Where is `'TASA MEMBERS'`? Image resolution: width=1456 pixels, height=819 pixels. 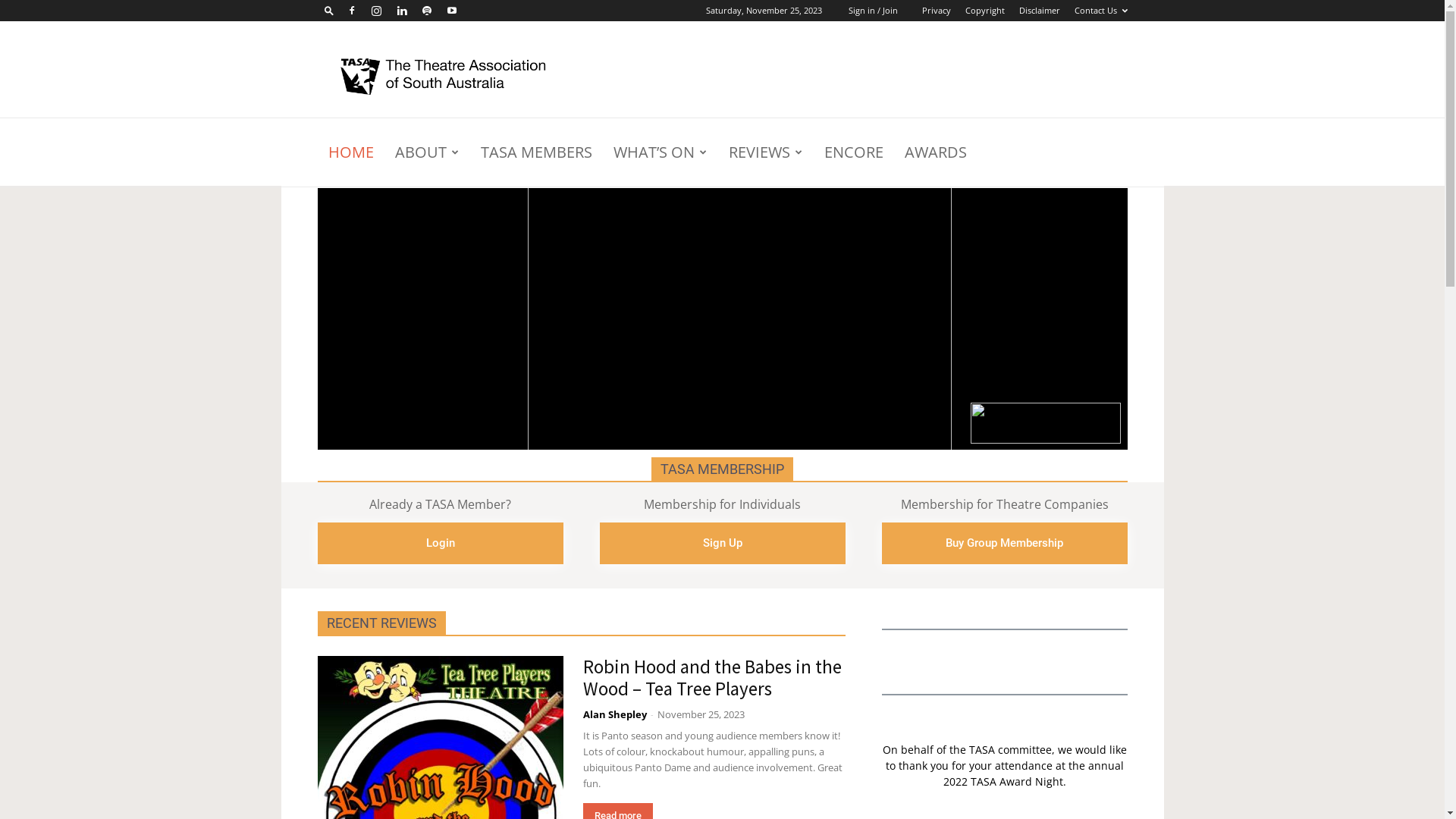
'TASA MEMBERS' is located at coordinates (536, 152).